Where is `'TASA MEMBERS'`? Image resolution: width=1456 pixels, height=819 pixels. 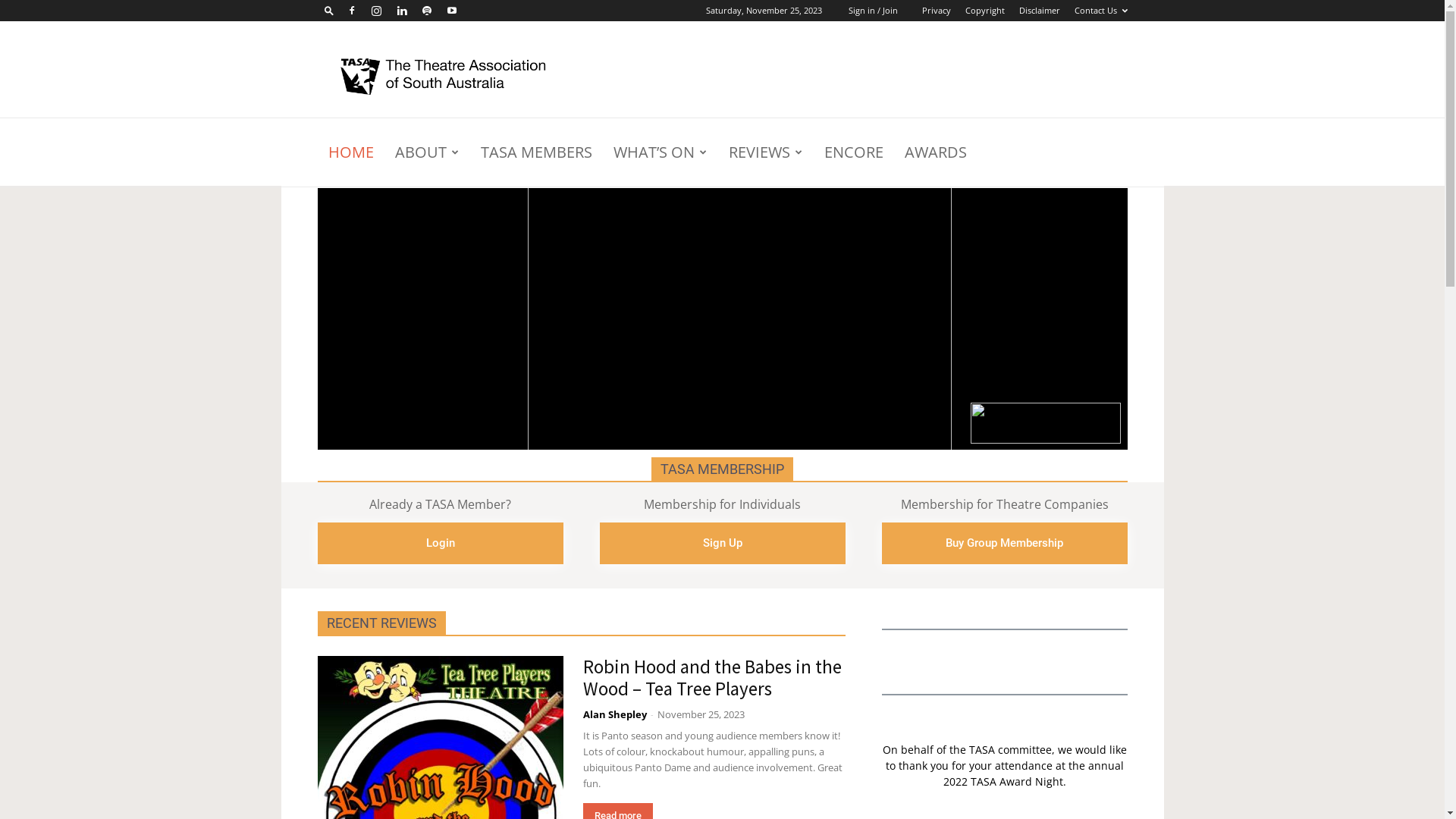
'TASA MEMBERS' is located at coordinates (536, 152).